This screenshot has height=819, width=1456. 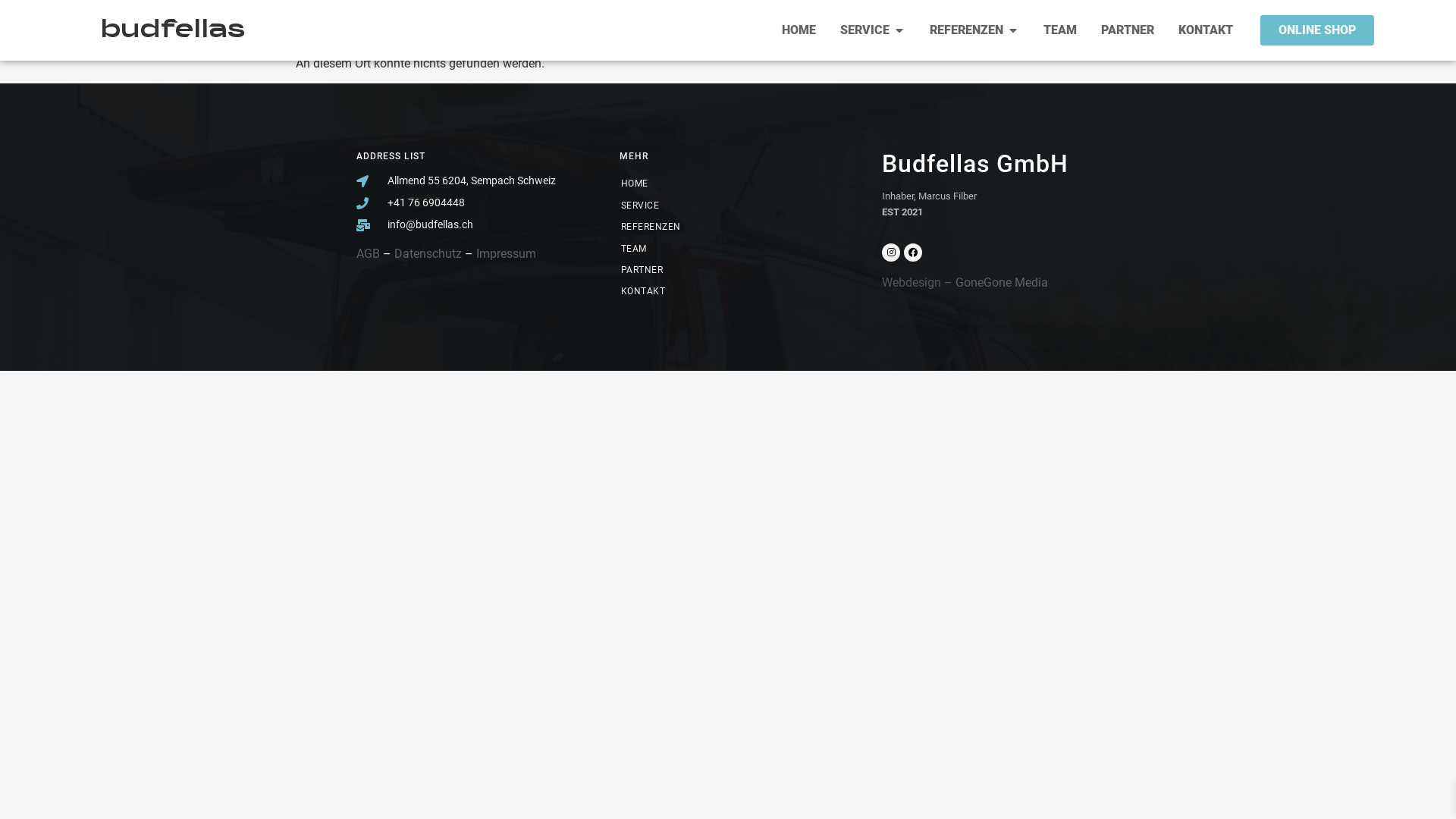 What do you see at coordinates (172, 30) in the screenshot?
I see `'budfellas'` at bounding box center [172, 30].